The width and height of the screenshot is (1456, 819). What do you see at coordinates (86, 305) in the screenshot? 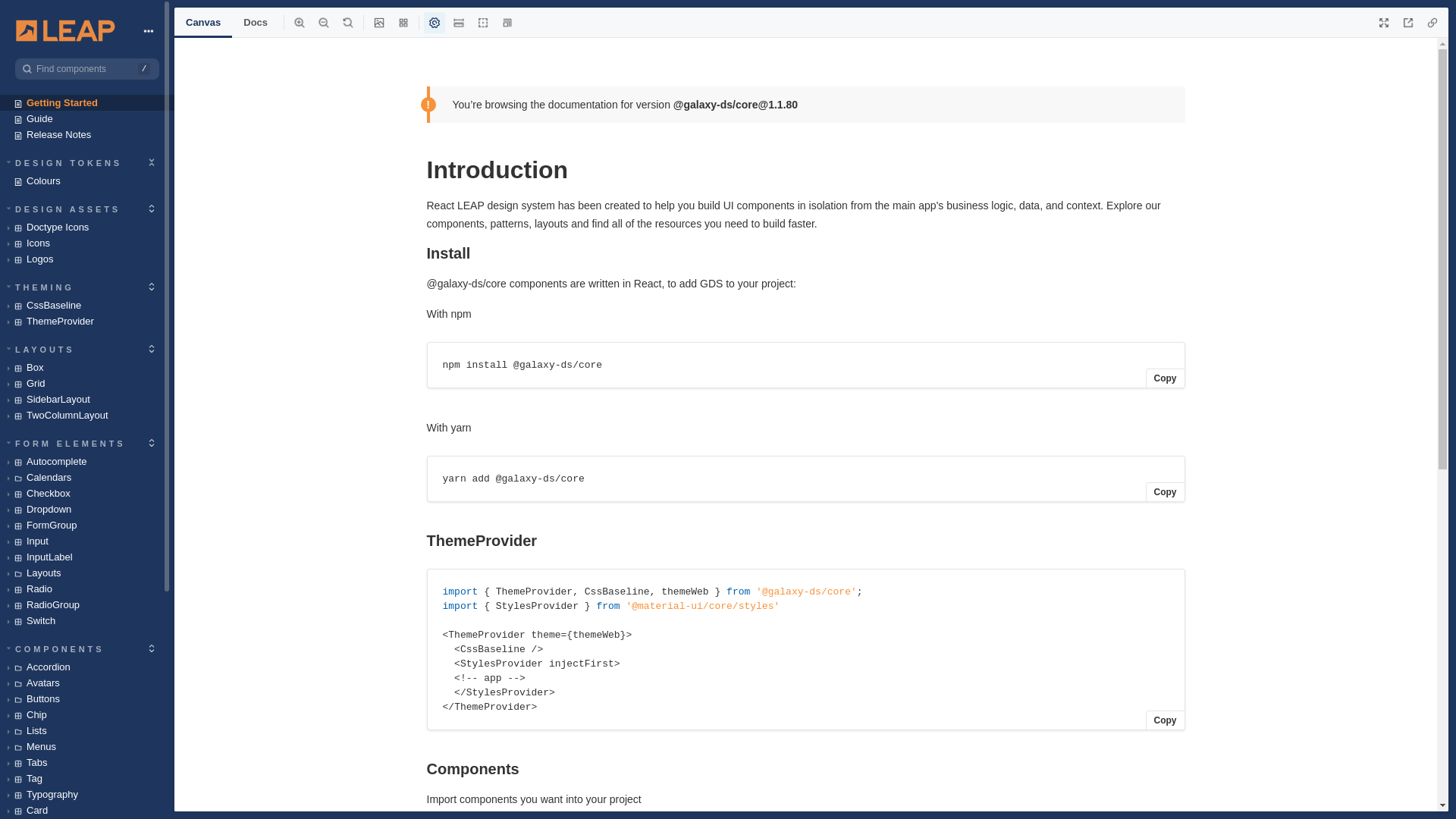
I see `'CssBaseline'` at bounding box center [86, 305].